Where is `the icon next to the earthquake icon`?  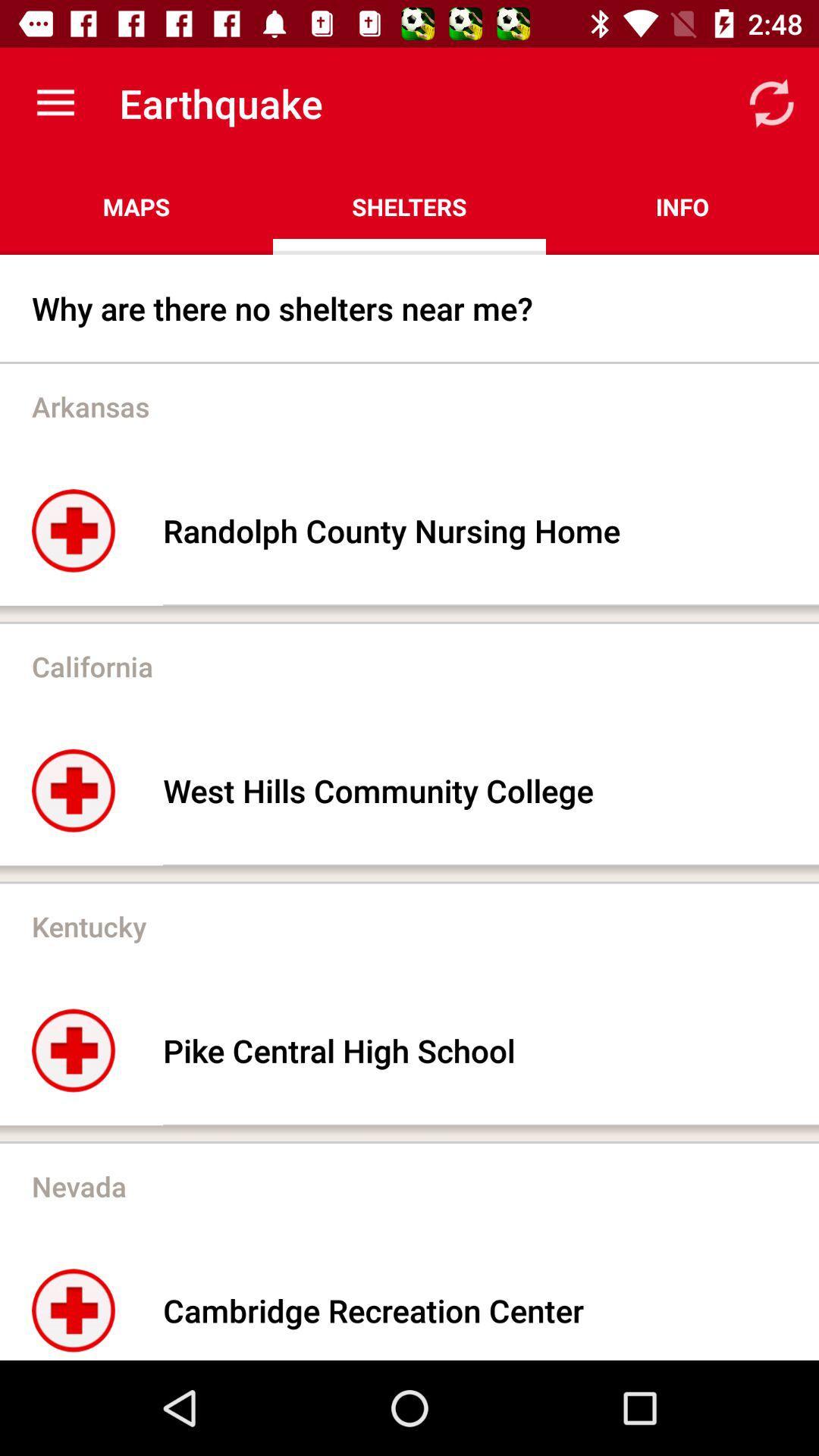
the icon next to the earthquake icon is located at coordinates (55, 102).